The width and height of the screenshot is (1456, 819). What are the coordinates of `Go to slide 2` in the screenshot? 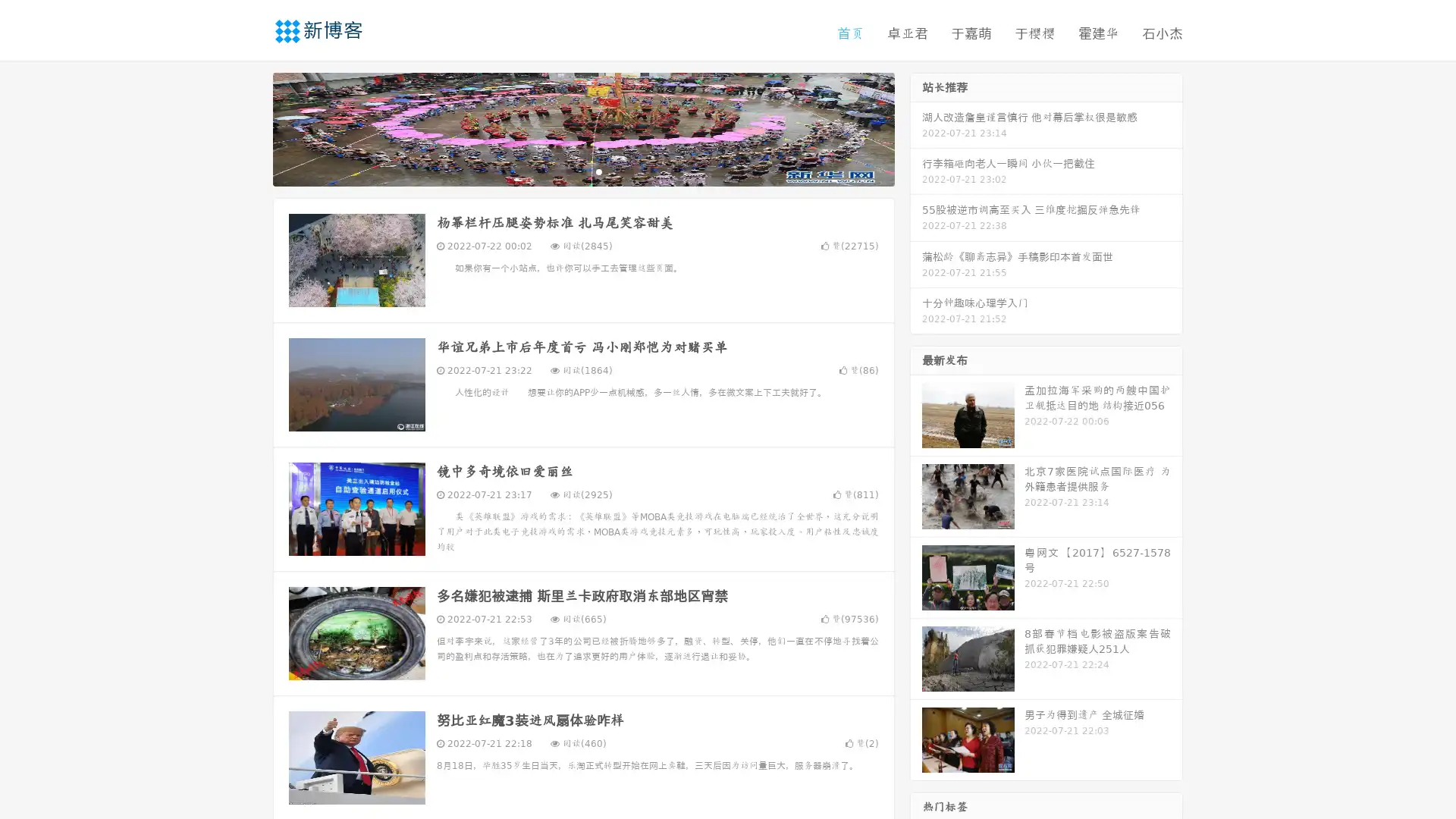 It's located at (582, 171).